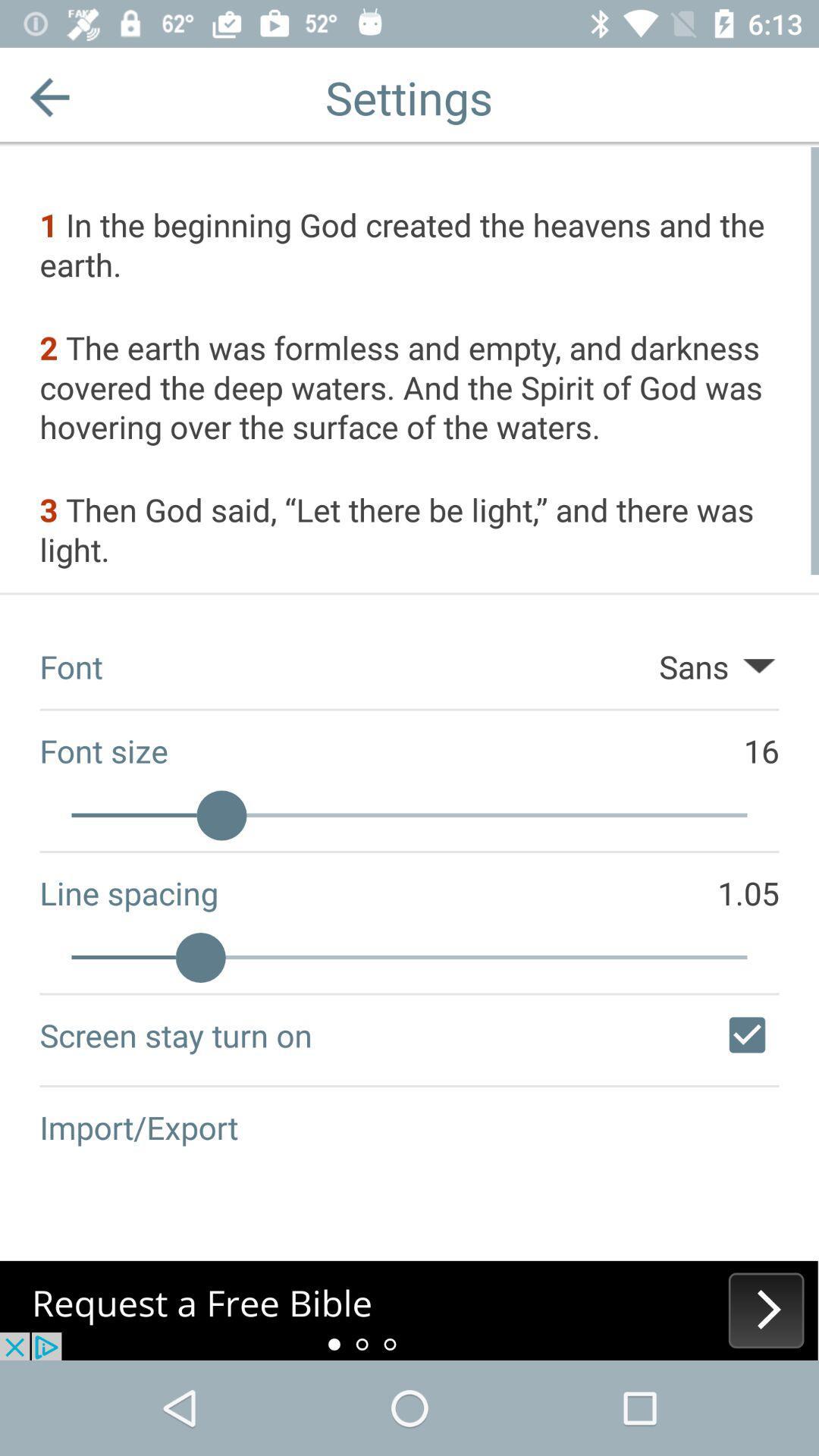 The image size is (819, 1456). What do you see at coordinates (49, 96) in the screenshot?
I see `the arrow_backward icon` at bounding box center [49, 96].